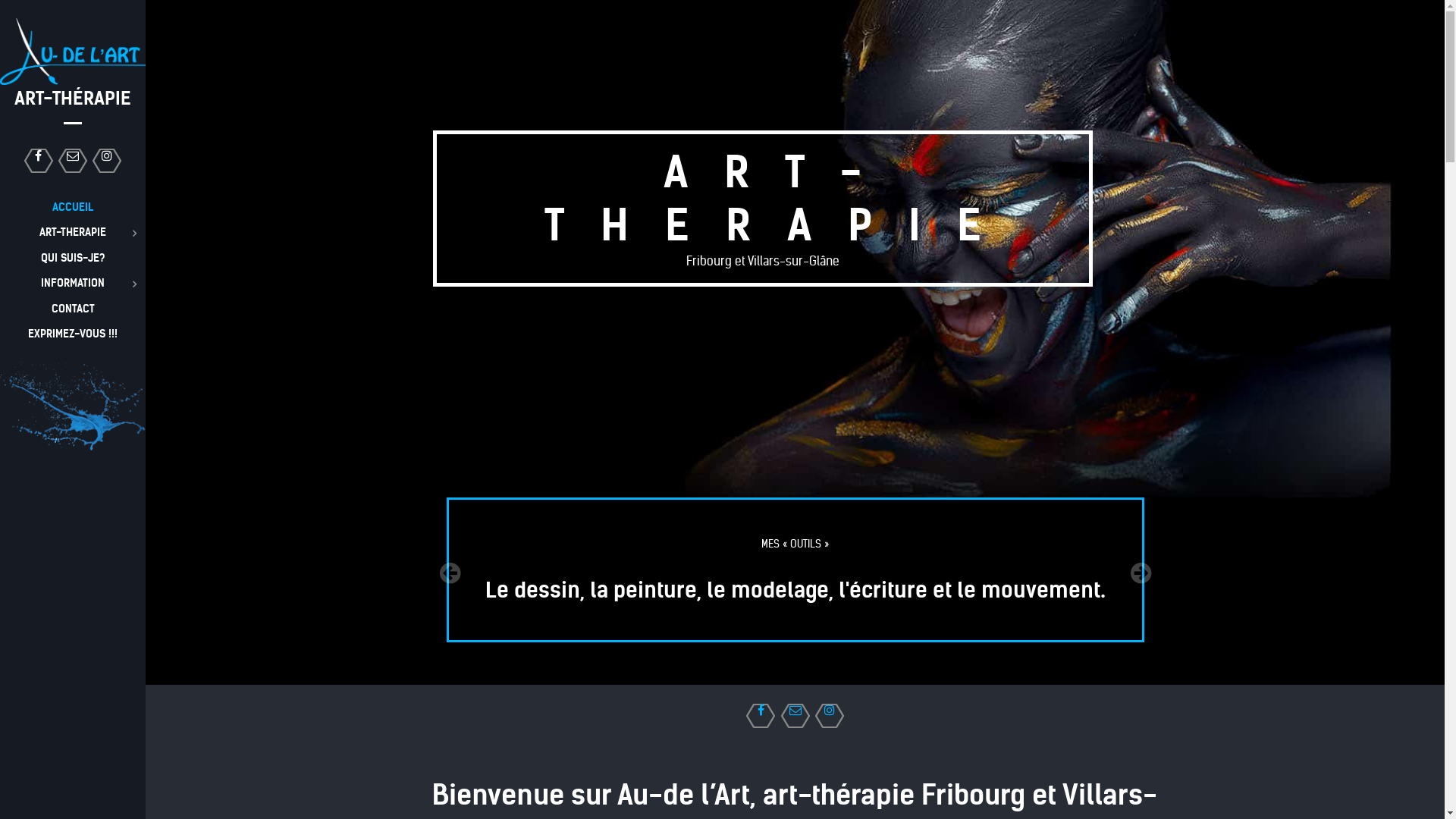 The image size is (1456, 819). What do you see at coordinates (72, 256) in the screenshot?
I see `'QUI SUIS-JE?'` at bounding box center [72, 256].